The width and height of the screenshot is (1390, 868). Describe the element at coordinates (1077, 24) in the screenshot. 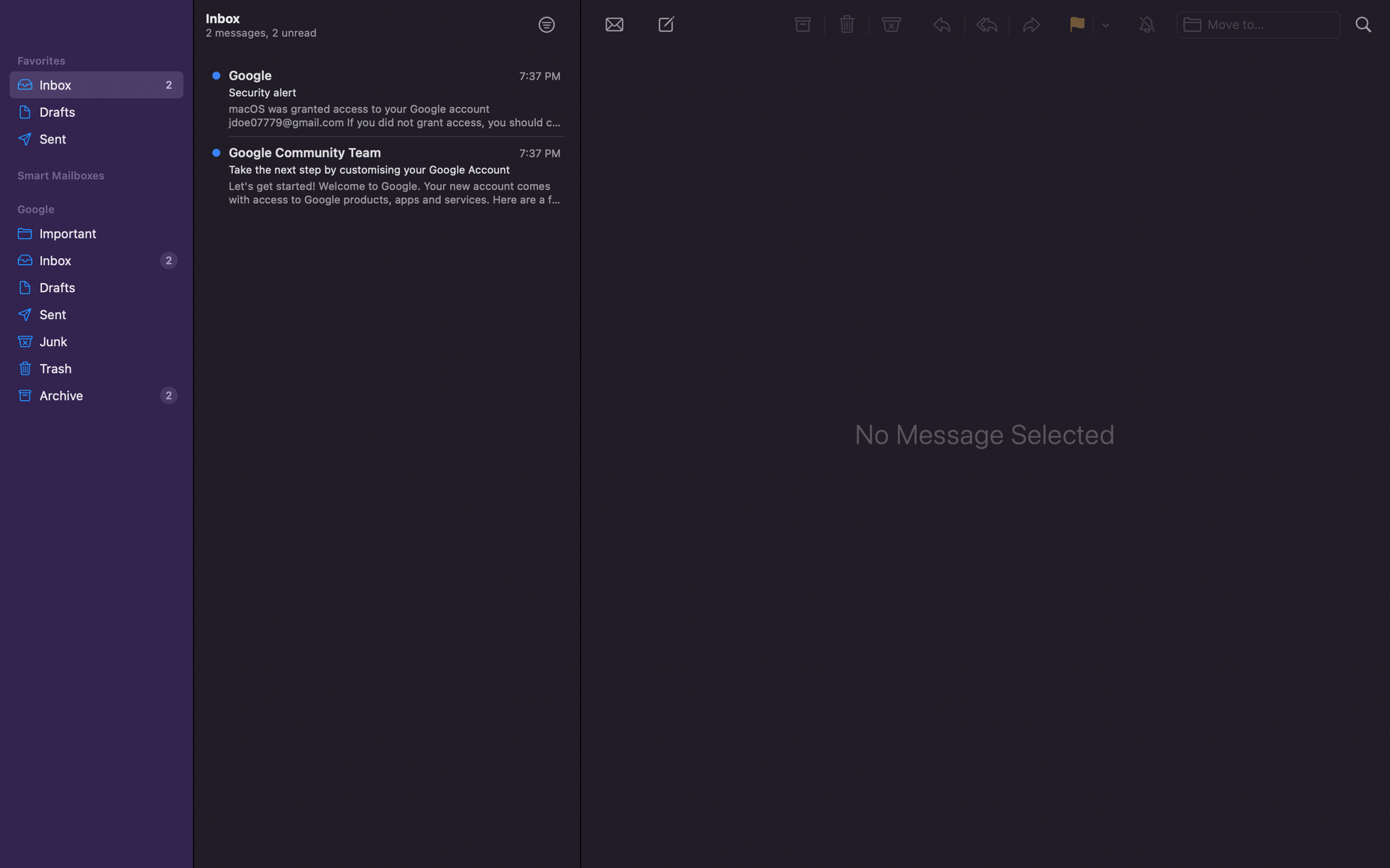

I see `Flag the message that"s been highlighted` at that location.